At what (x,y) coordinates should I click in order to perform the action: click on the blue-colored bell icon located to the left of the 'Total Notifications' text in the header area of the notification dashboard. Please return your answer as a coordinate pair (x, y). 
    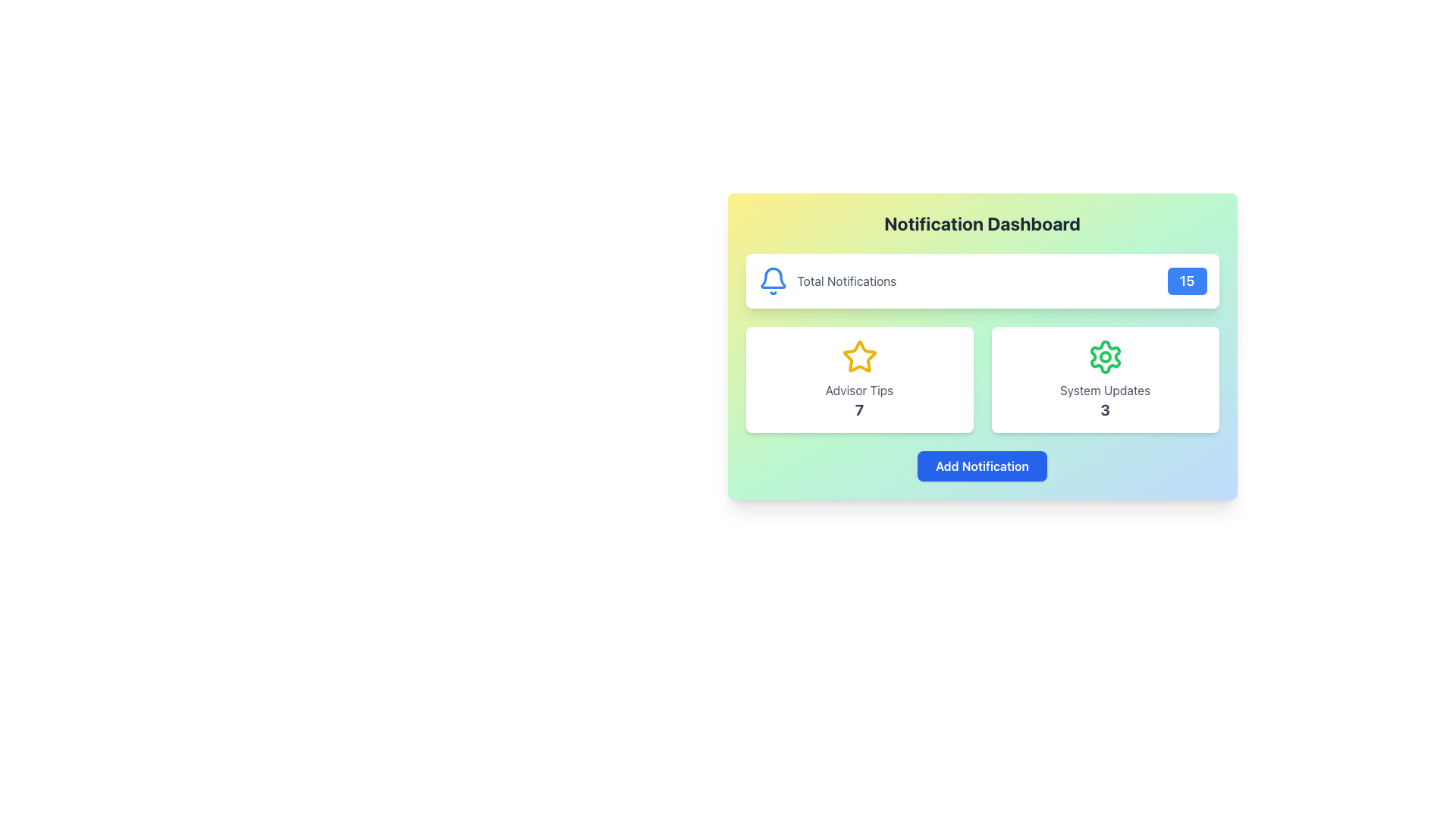
    Looking at the image, I should click on (773, 281).